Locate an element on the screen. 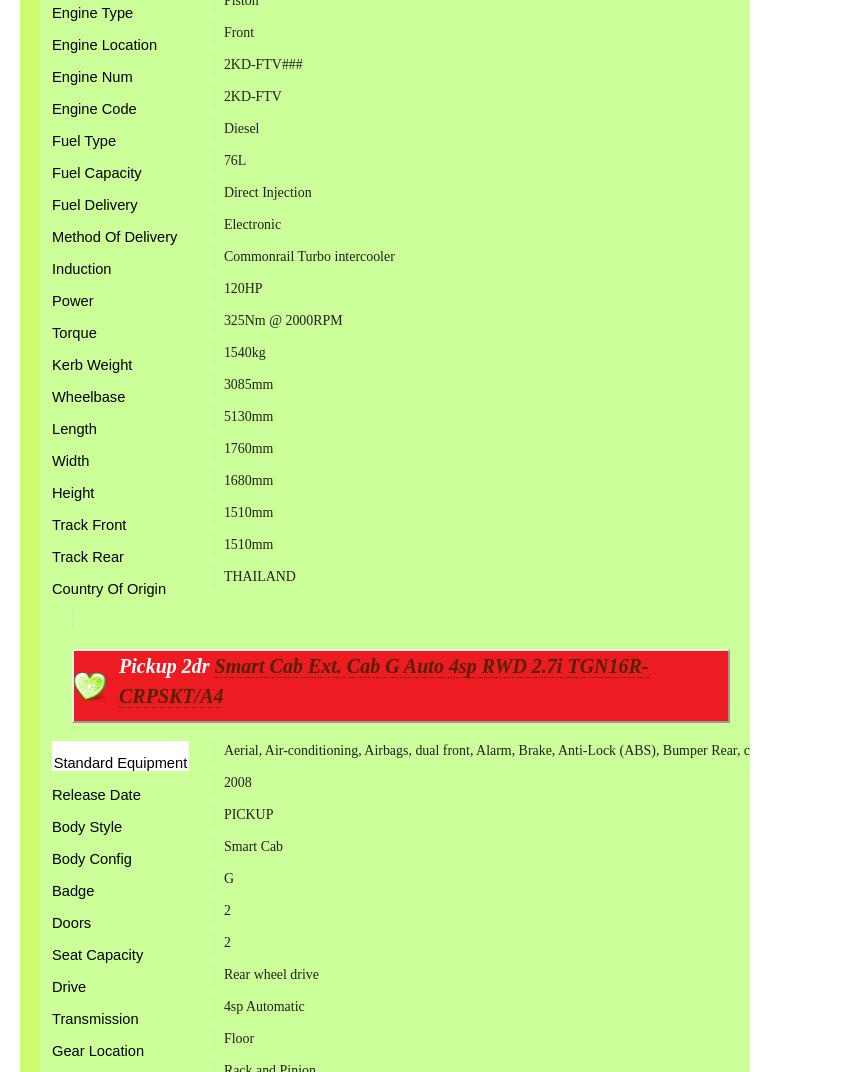 This screenshot has width=845, height=1072. 'PICKUP' is located at coordinates (247, 813).